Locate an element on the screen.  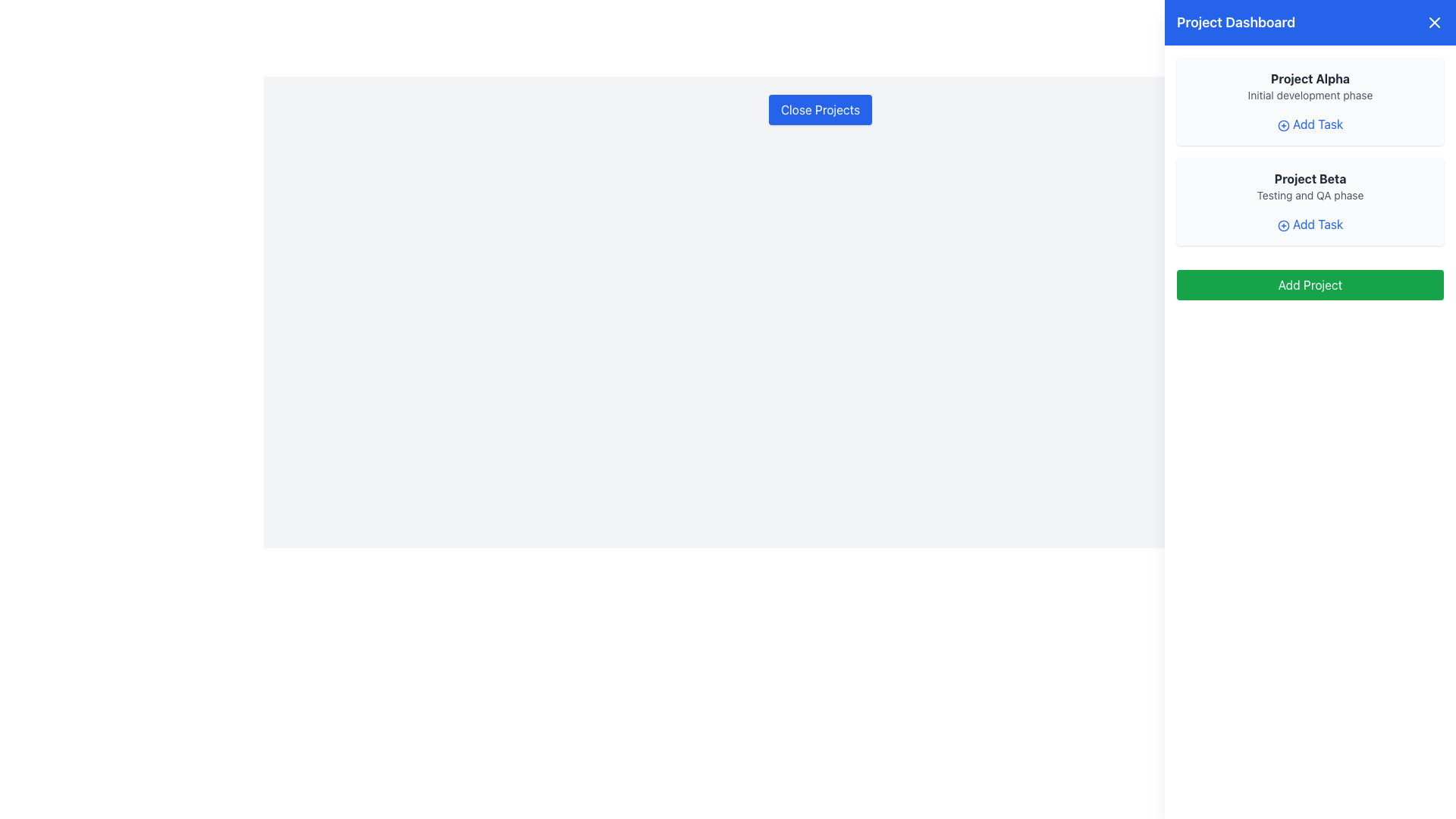
the 'Close Projects' button, which is a rectangular button with a blue background and white text, positioned near the top-center of the interface is located at coordinates (819, 109).